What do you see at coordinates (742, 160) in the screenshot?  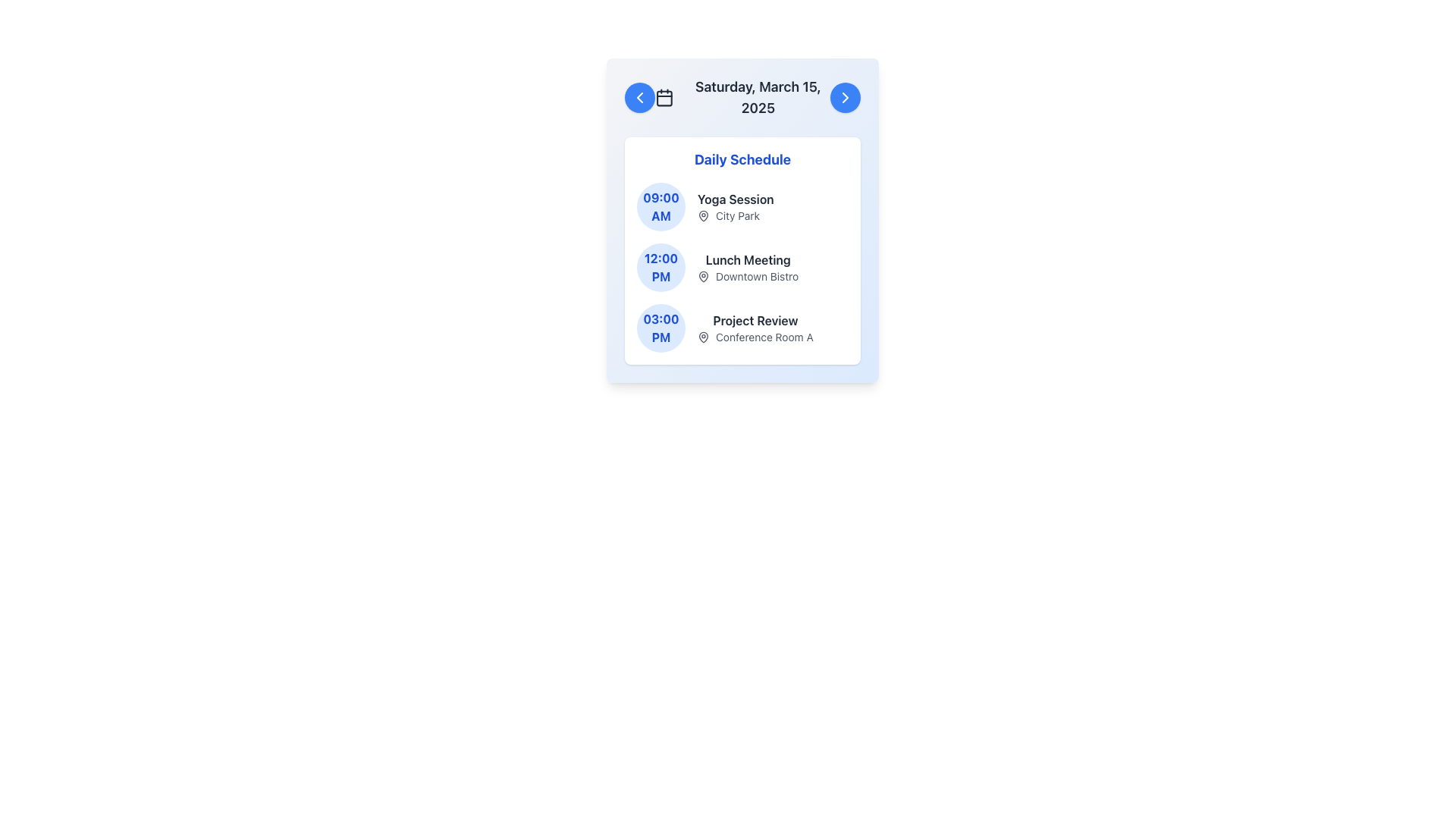 I see `the bold, large blue text header that reads 'Daily Schedule', which is located at the top of the white panel containing schedule details` at bounding box center [742, 160].